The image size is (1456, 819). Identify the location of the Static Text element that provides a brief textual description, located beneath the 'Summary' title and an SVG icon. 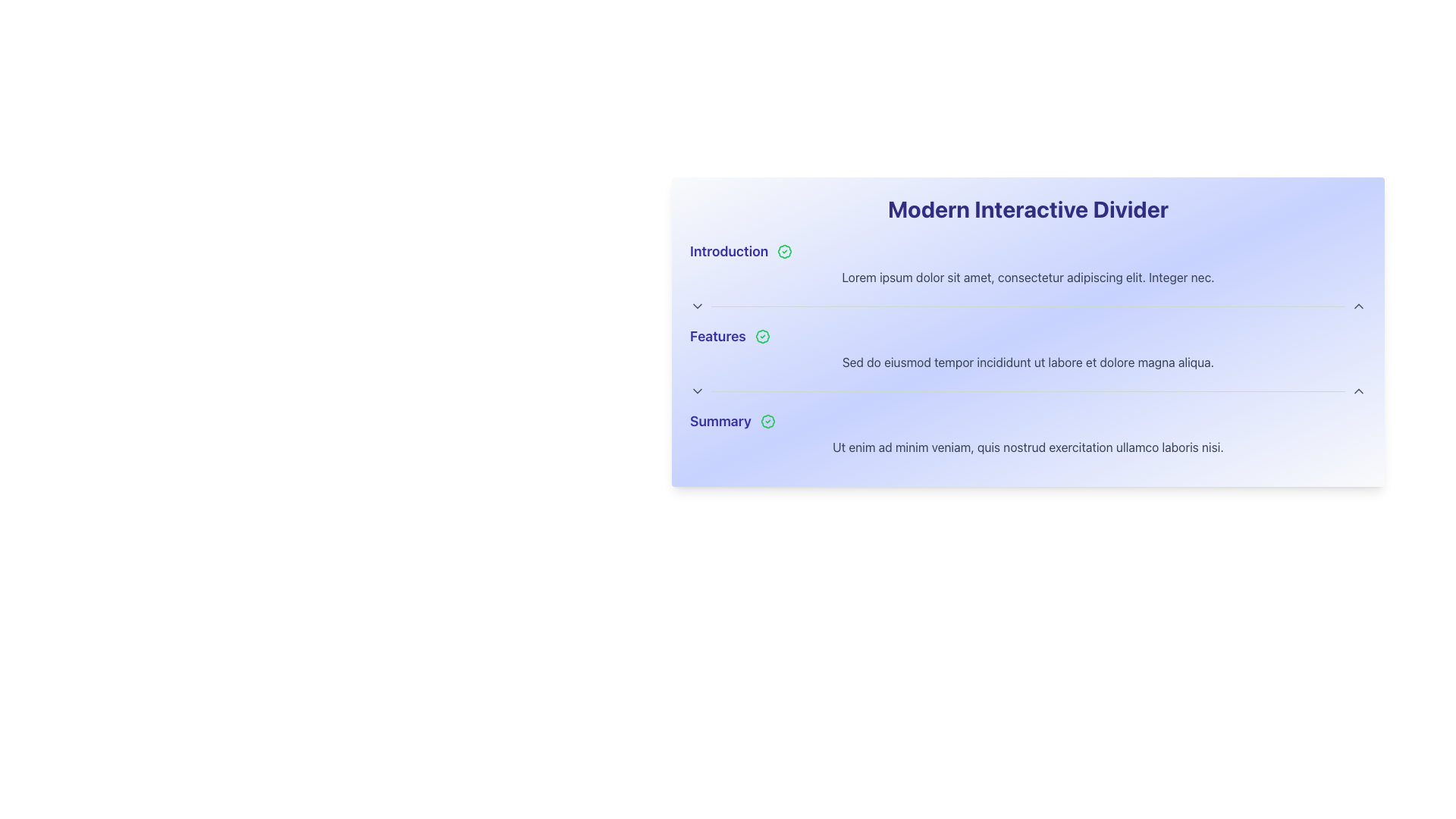
(1028, 447).